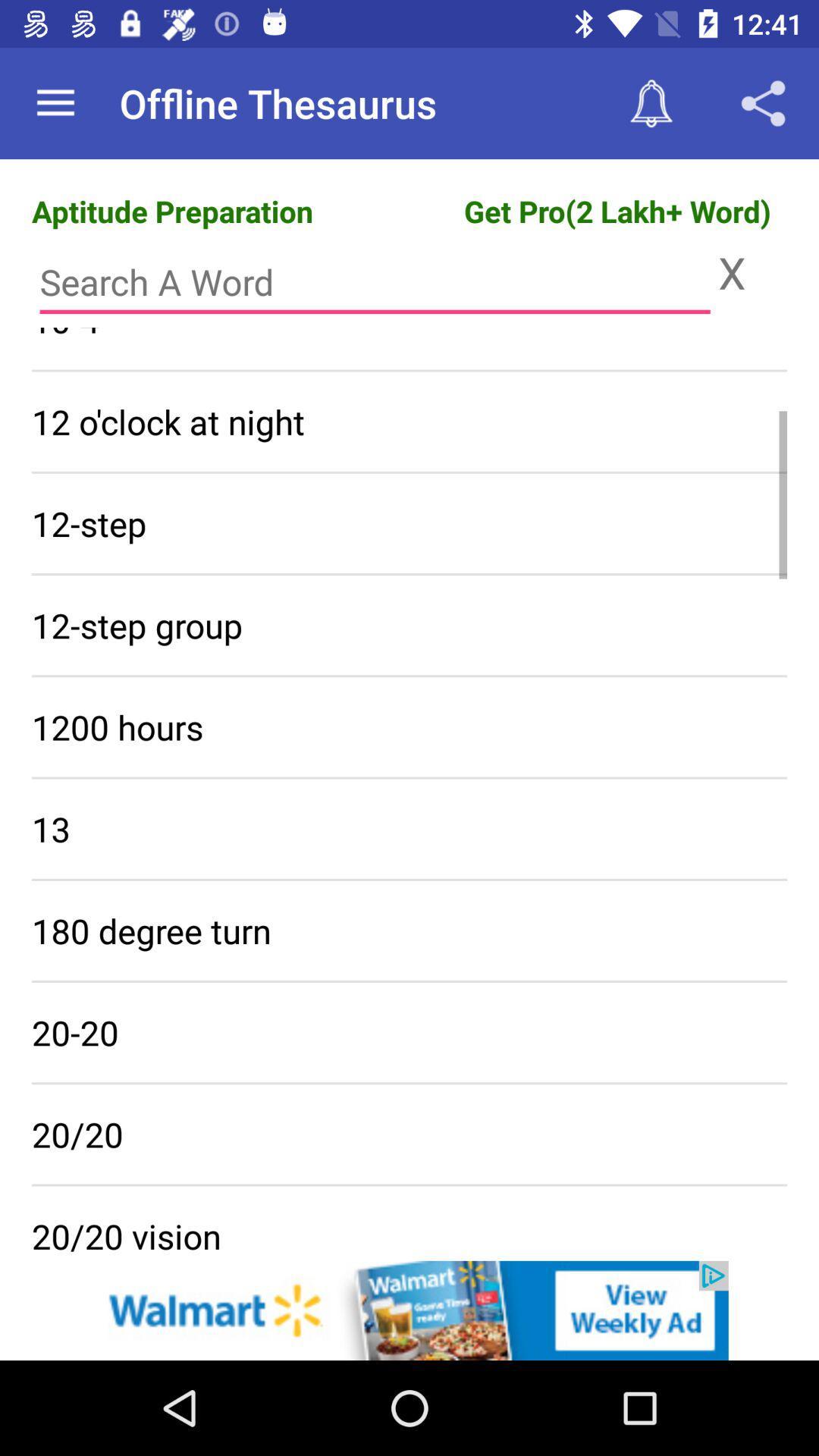 The width and height of the screenshot is (819, 1456). What do you see at coordinates (375, 282) in the screenshot?
I see `text option` at bounding box center [375, 282].